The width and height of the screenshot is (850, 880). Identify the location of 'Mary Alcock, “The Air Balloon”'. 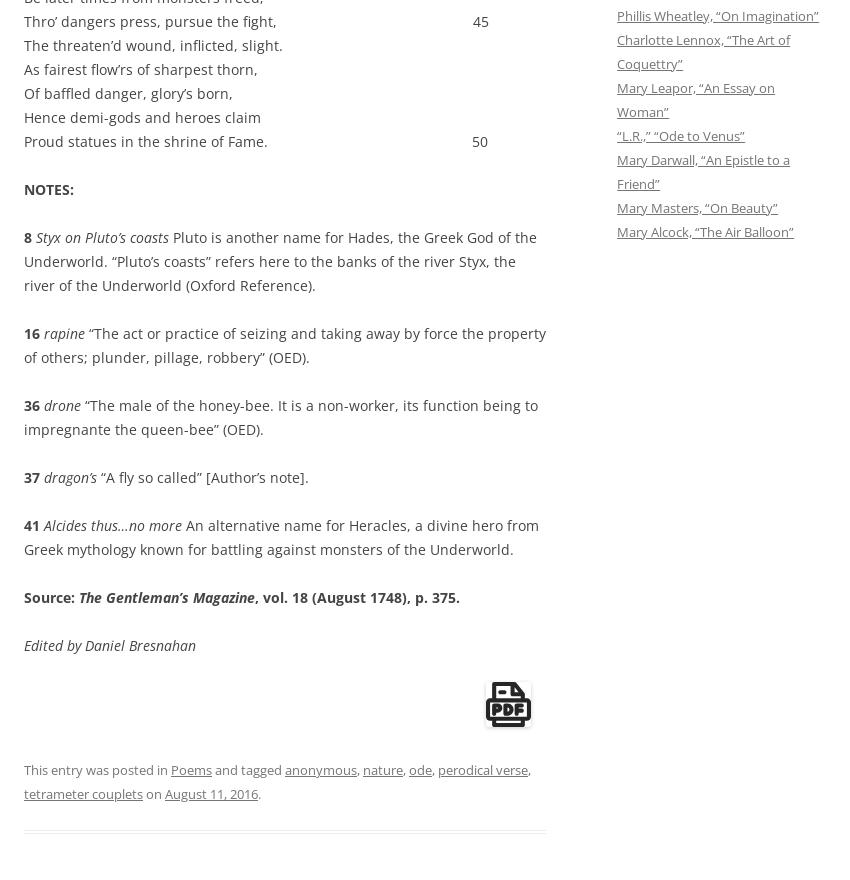
(704, 230).